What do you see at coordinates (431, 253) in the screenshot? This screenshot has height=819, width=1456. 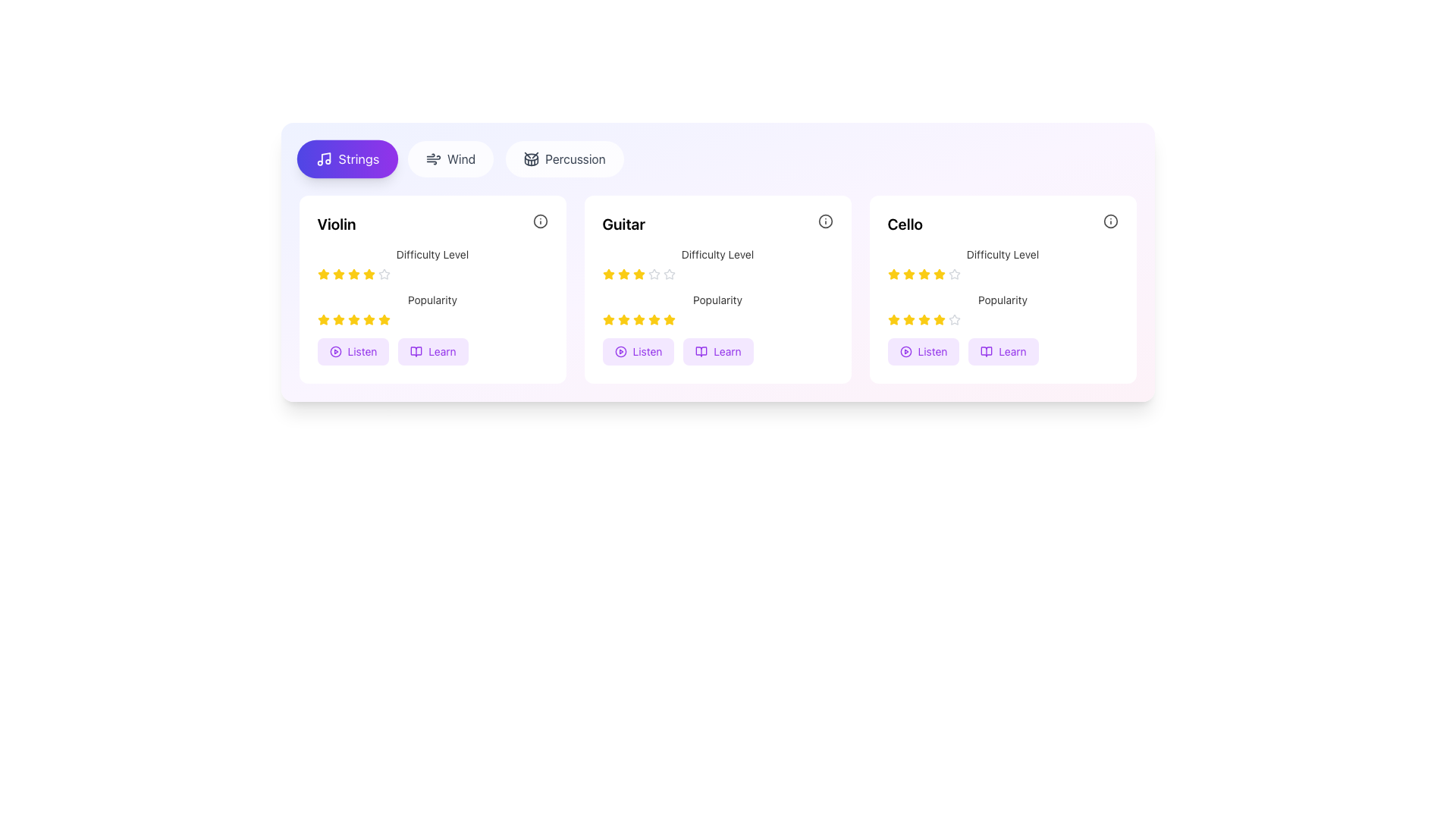 I see `the static text label 'Difficulty Level' displayed in a small-sized, semi-opaque font within the rating card for the instrument 'Violin'. This label is positioned just below the title of 'Violin' and above the rating stars` at bounding box center [431, 253].